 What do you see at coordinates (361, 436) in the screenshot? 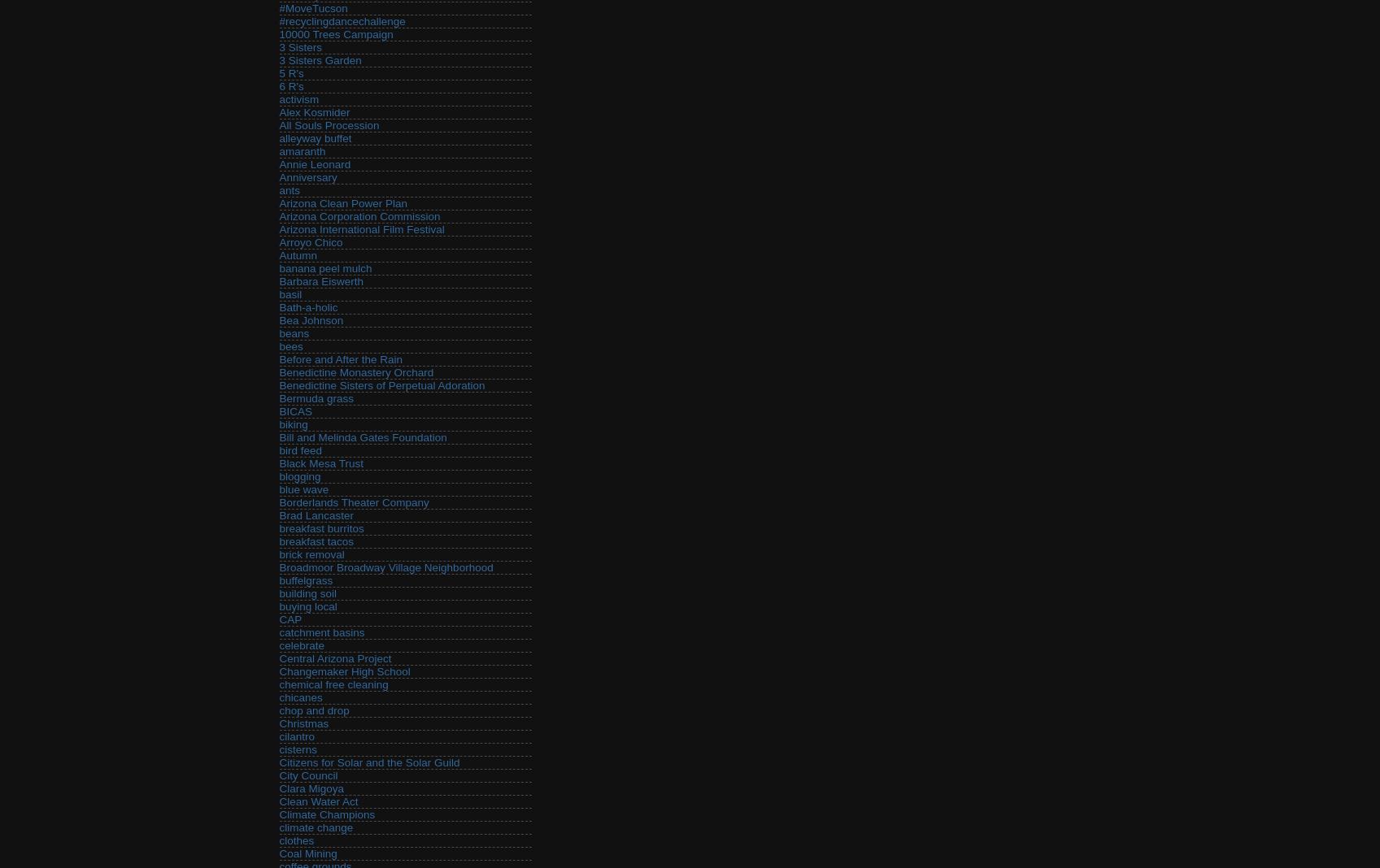
I see `'Bill and Melinda Gates Foundation'` at bounding box center [361, 436].